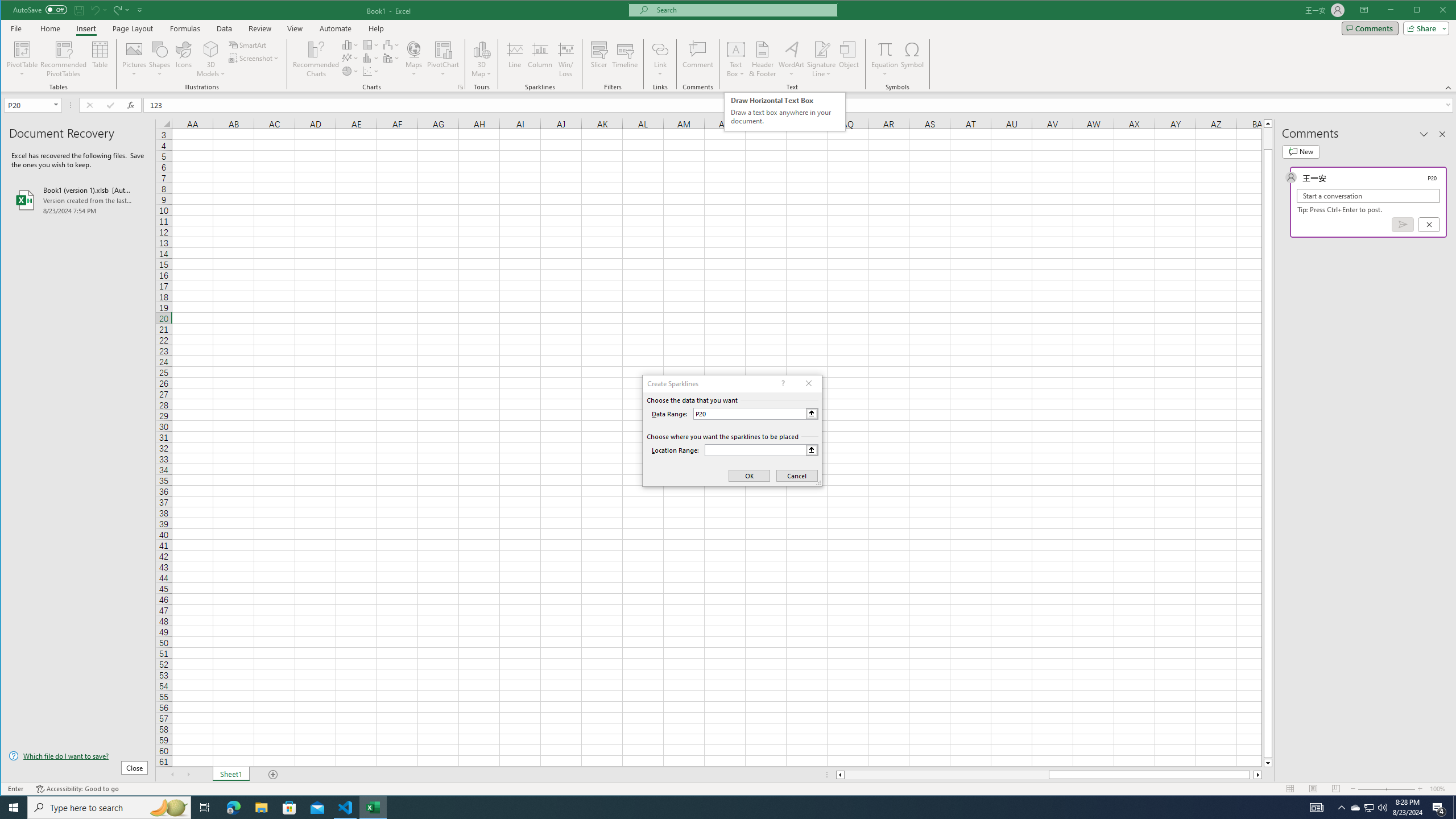 This screenshot has height=819, width=1456. Describe the element at coordinates (885, 48) in the screenshot. I see `'Equation'` at that location.